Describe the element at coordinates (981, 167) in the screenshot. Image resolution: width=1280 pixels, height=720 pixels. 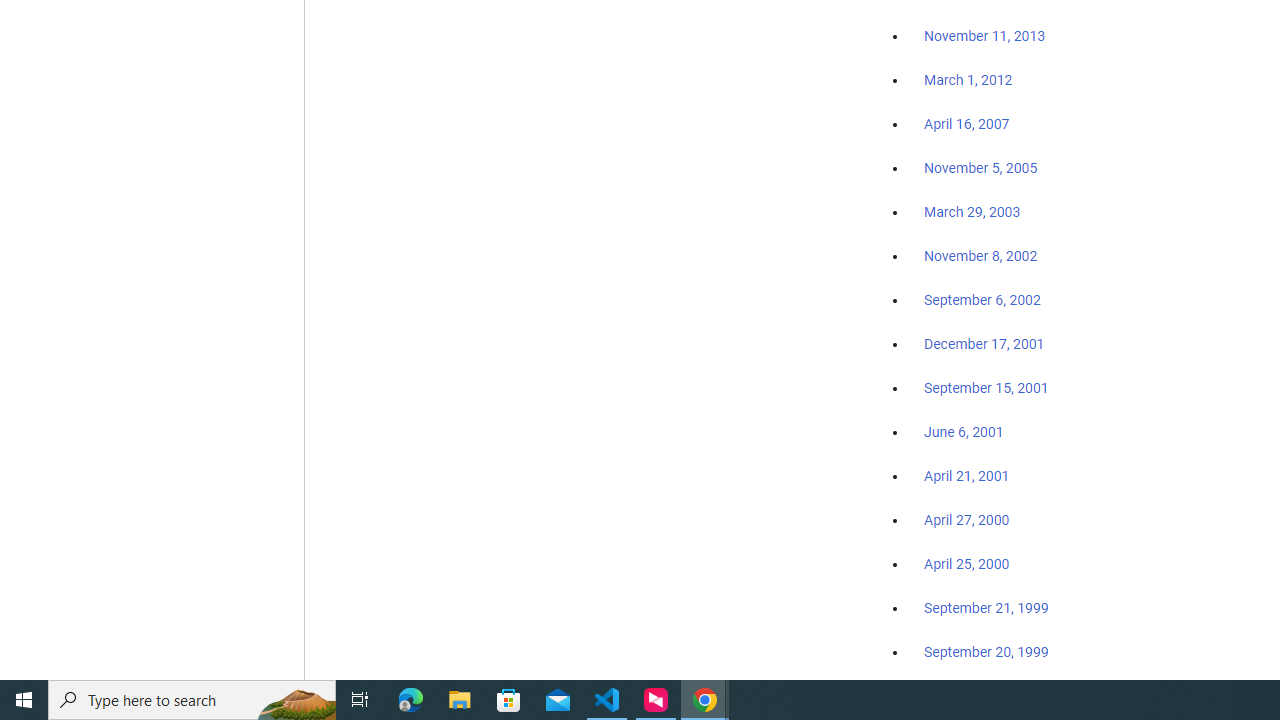
I see `'November 5, 2005'` at that location.